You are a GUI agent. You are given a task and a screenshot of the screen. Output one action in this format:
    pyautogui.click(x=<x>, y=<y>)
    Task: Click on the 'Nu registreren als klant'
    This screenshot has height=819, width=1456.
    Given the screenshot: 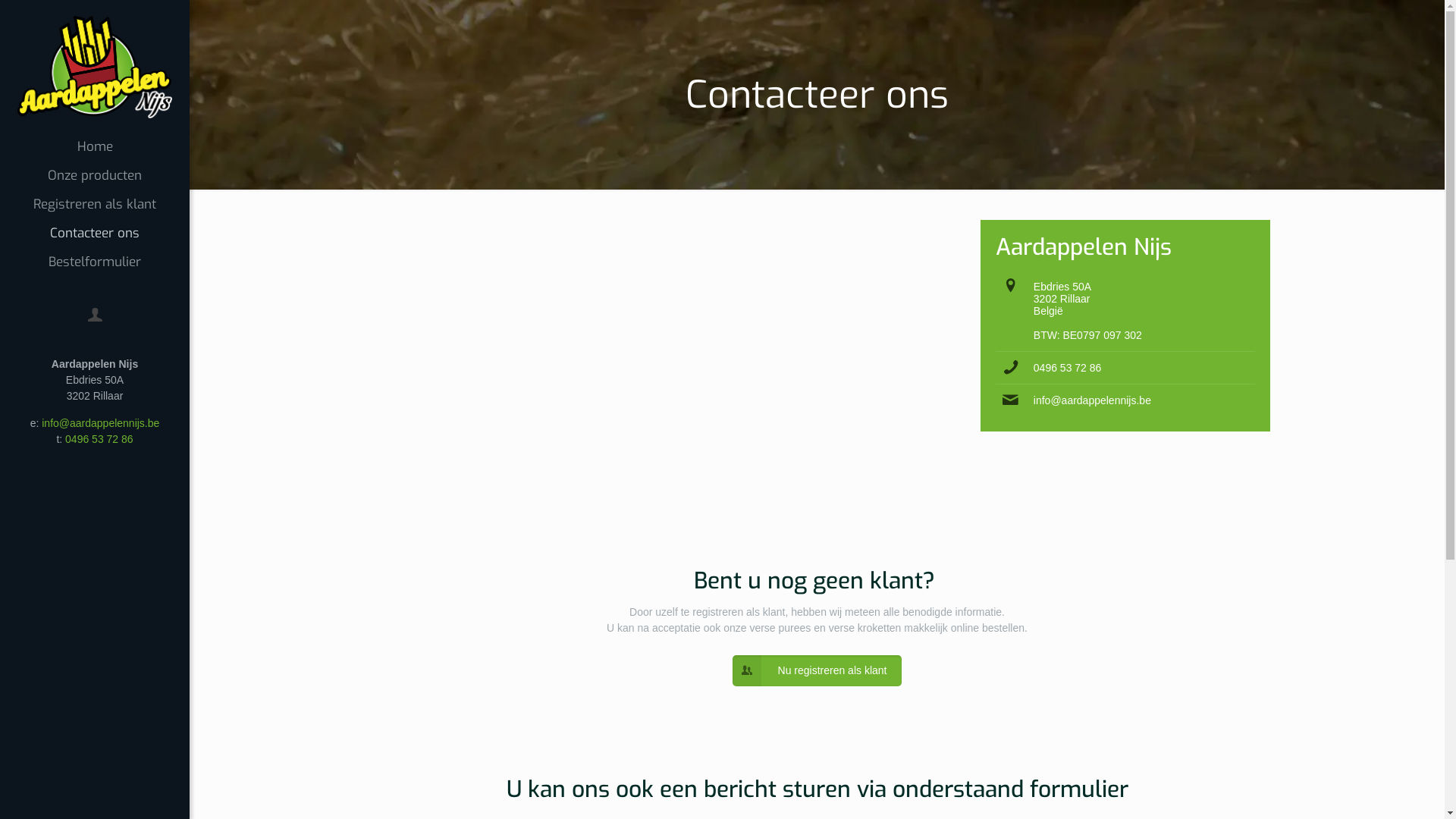 What is the action you would take?
    pyautogui.click(x=817, y=670)
    